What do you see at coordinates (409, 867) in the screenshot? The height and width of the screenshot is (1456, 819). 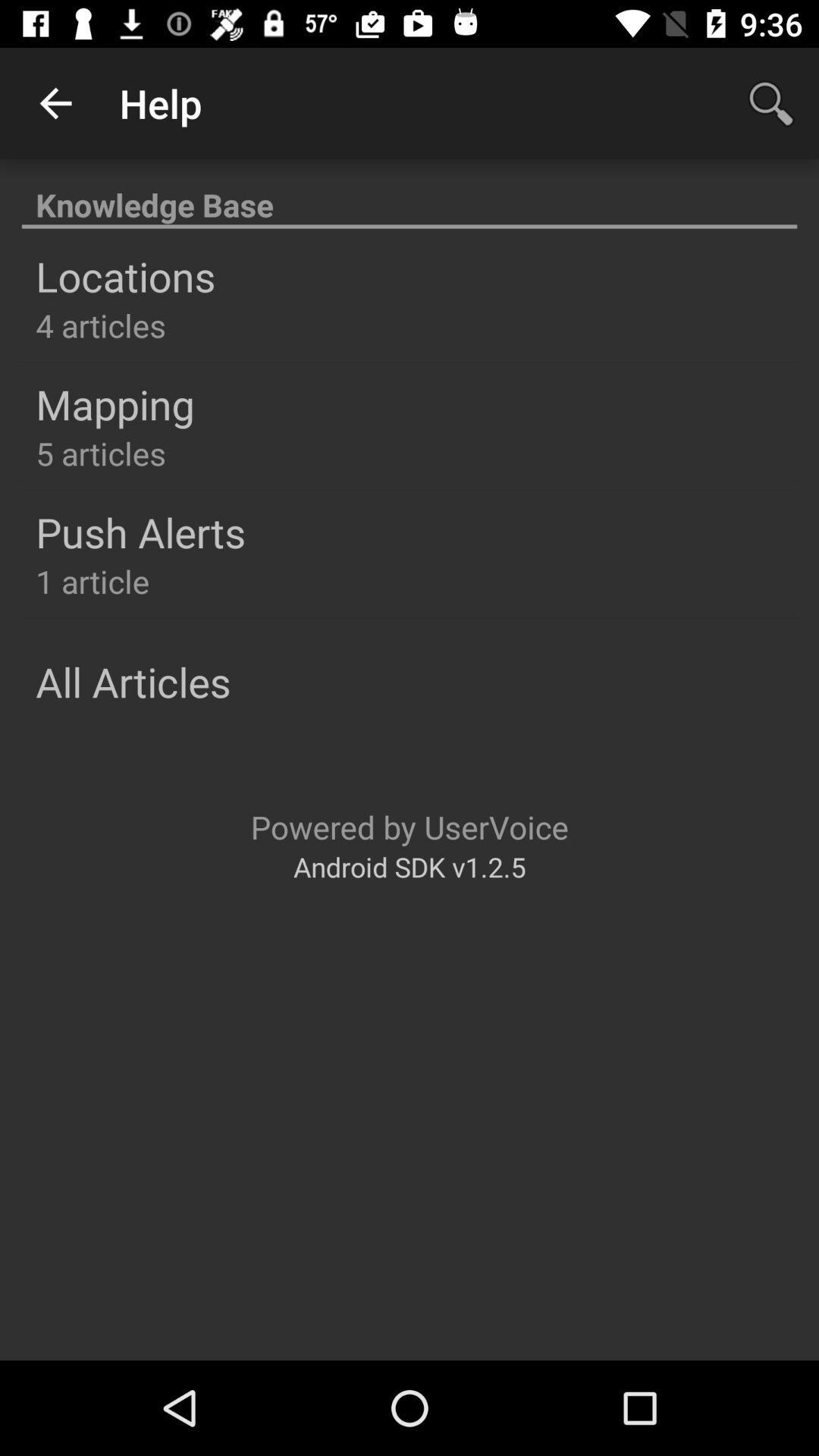 I see `the android sdk v1 icon` at bounding box center [409, 867].